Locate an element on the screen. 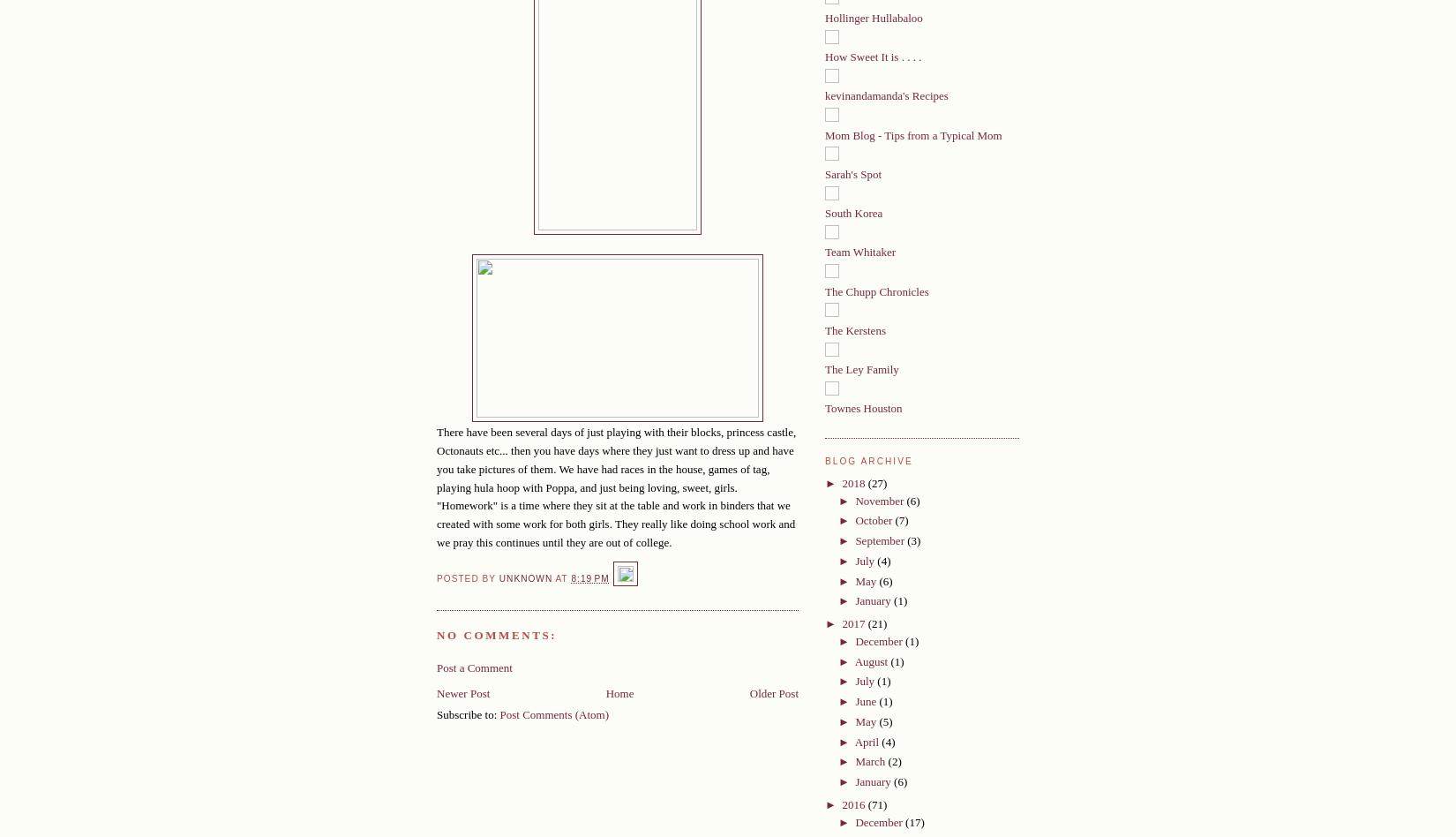 This screenshot has height=837, width=1456. 'Newer Post' is located at coordinates (436, 692).